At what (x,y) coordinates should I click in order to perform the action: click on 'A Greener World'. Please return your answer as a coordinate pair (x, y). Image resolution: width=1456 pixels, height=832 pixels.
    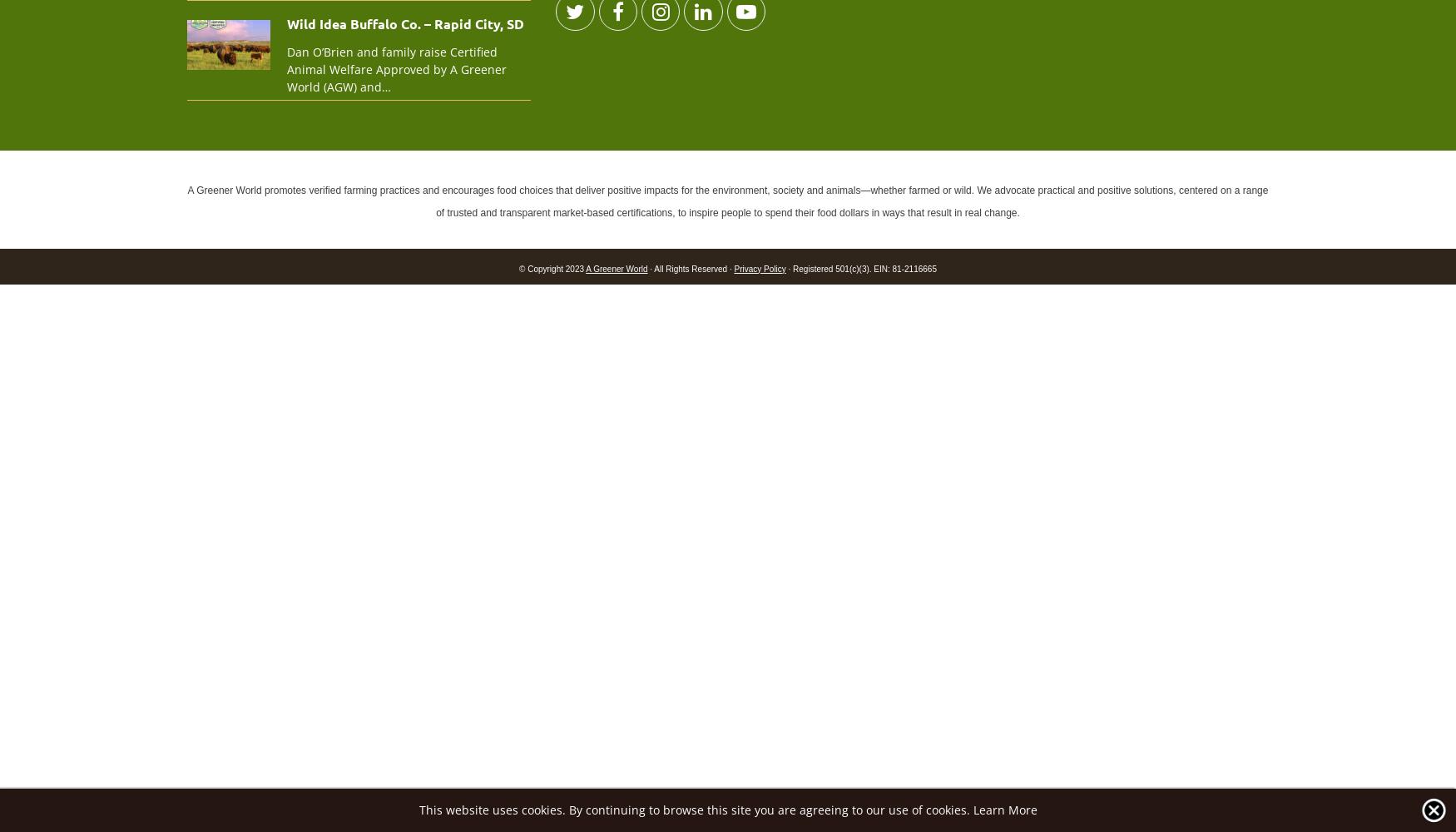
    Looking at the image, I should click on (616, 267).